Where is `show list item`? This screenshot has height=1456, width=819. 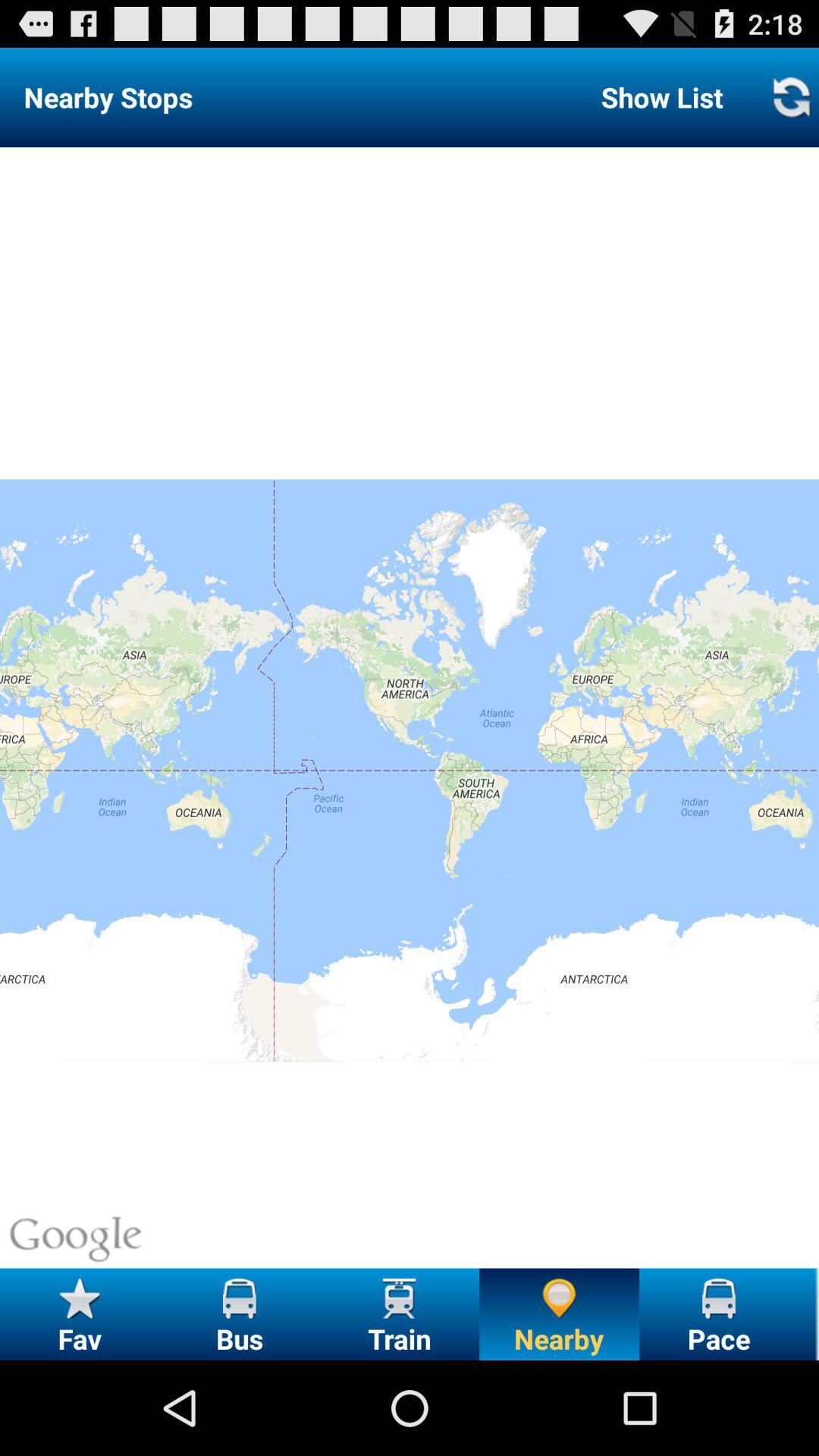 show list item is located at coordinates (661, 96).